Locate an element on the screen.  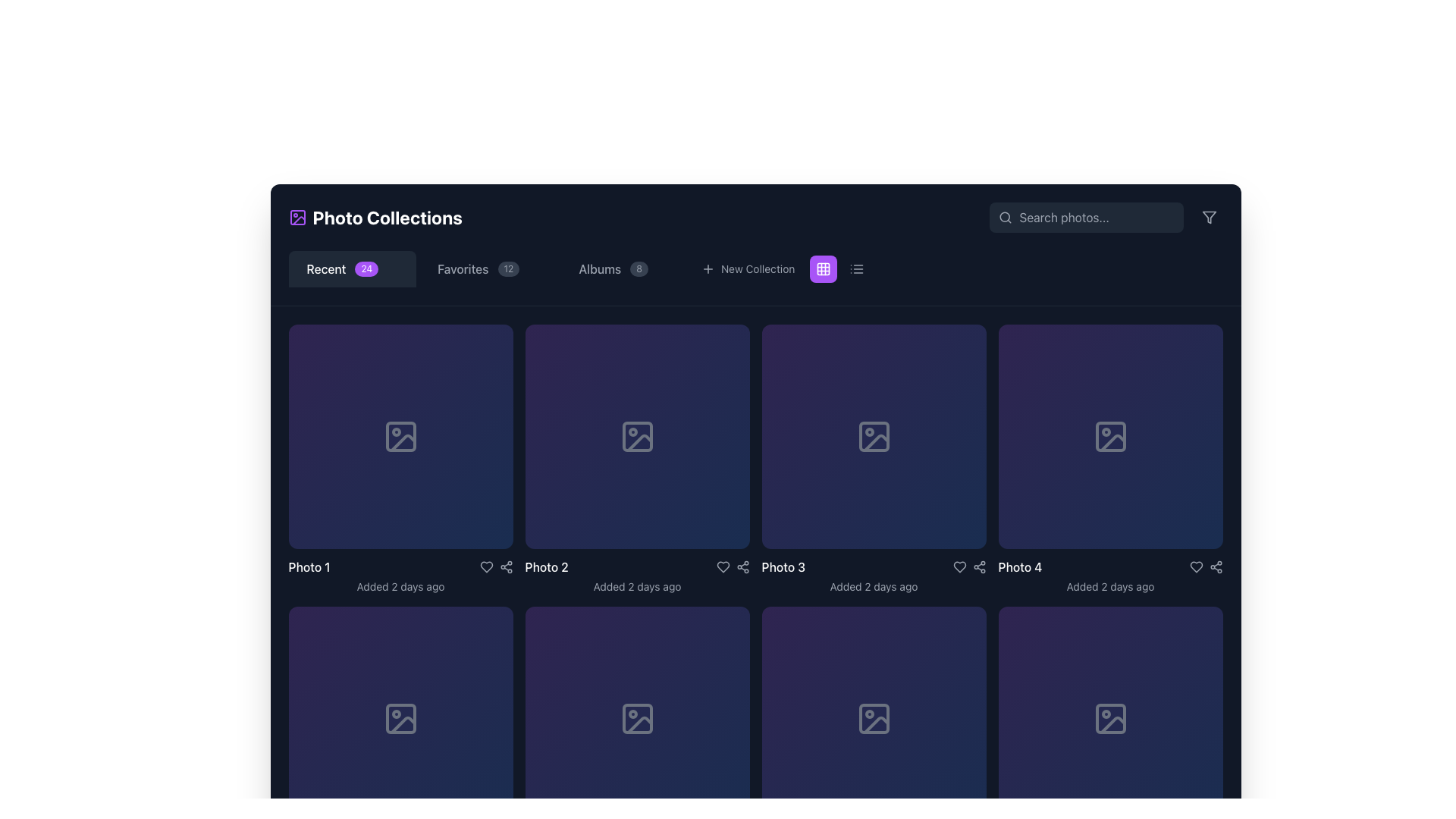
the favorite button located at the bottom-right corner of the 'Photo 4' card is located at coordinates (959, 567).